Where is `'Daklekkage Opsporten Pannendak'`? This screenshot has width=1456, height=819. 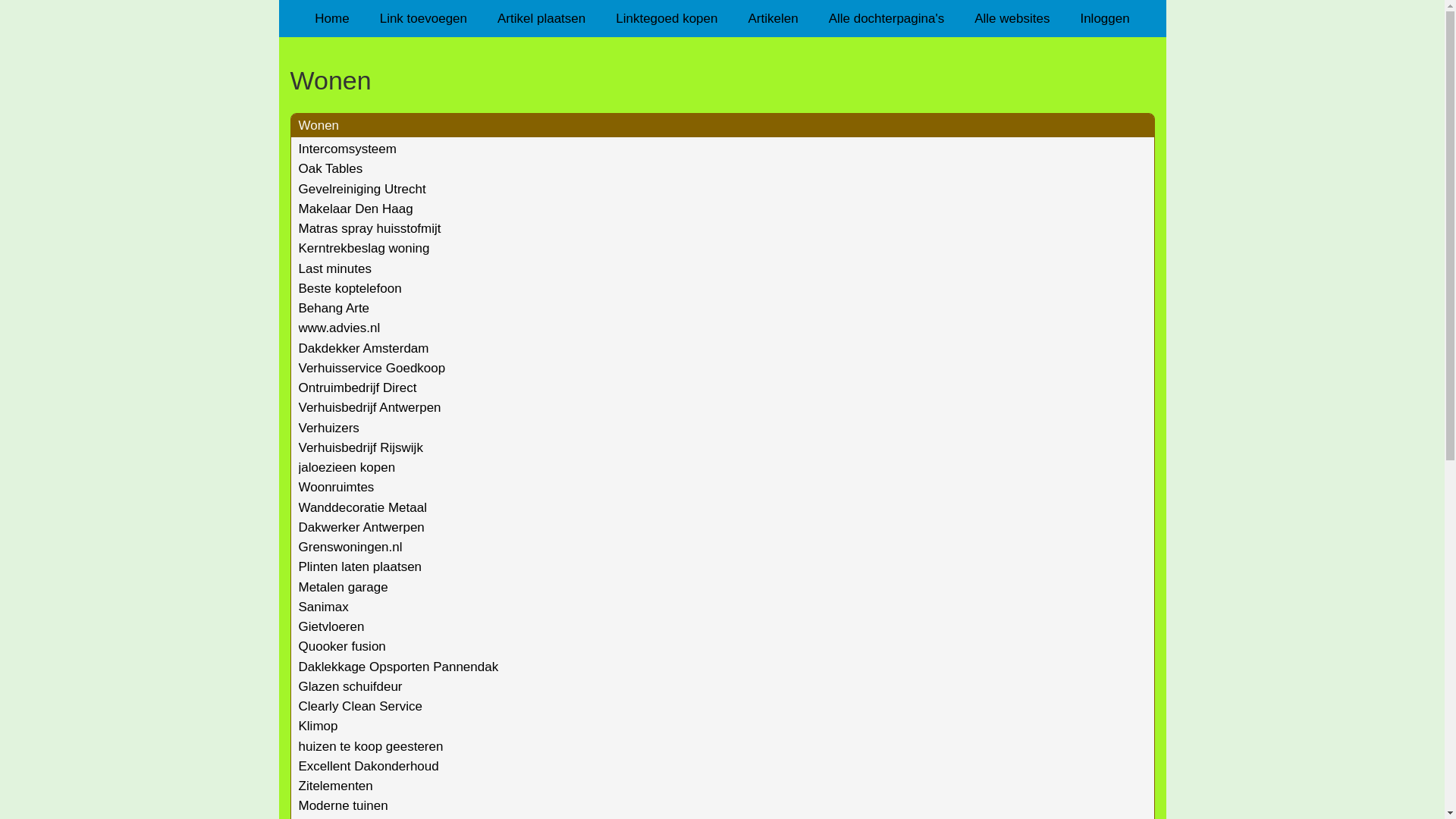 'Daklekkage Opsporten Pannendak' is located at coordinates (399, 666).